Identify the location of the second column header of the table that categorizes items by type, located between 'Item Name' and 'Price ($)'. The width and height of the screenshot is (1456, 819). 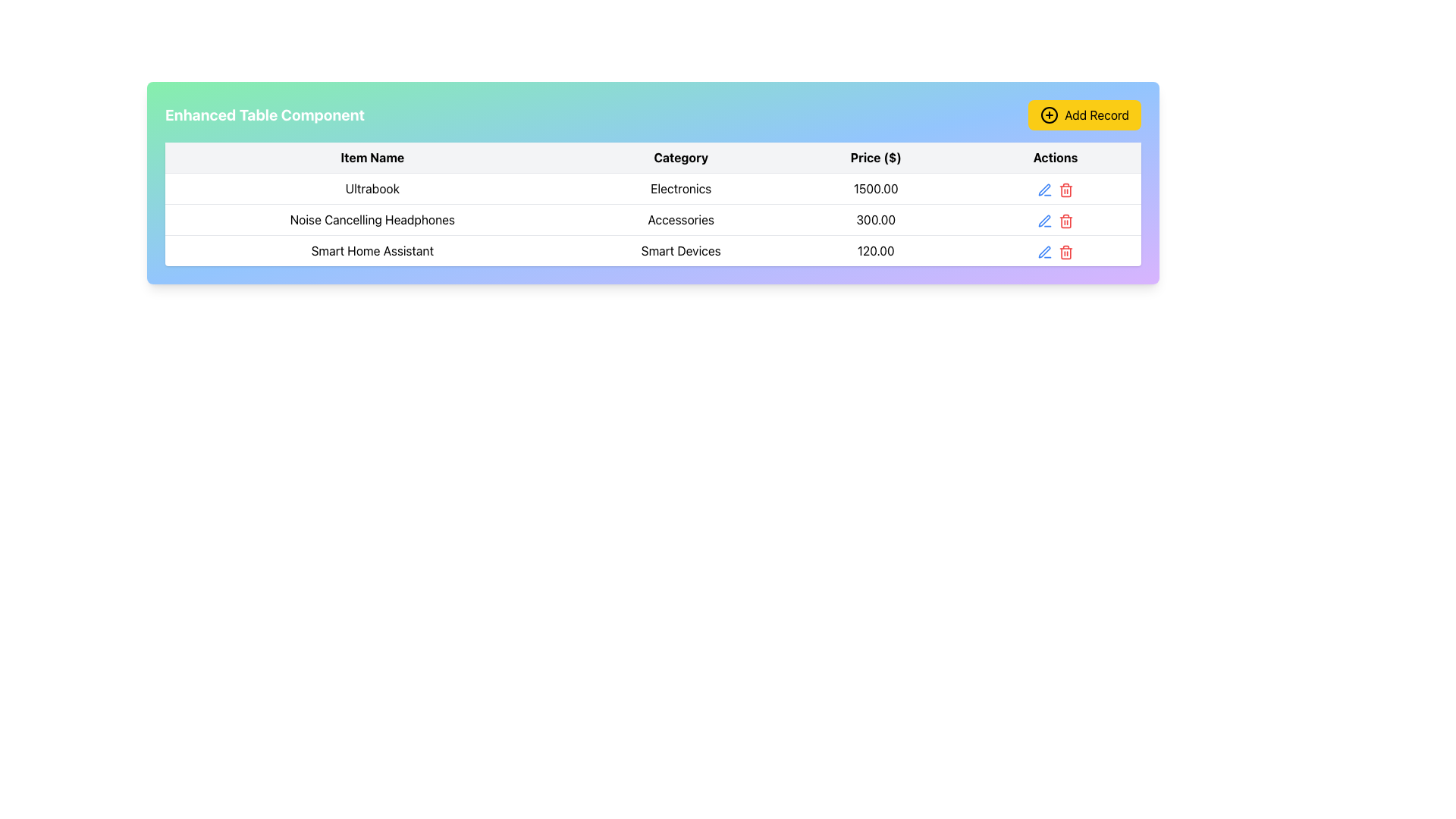
(680, 158).